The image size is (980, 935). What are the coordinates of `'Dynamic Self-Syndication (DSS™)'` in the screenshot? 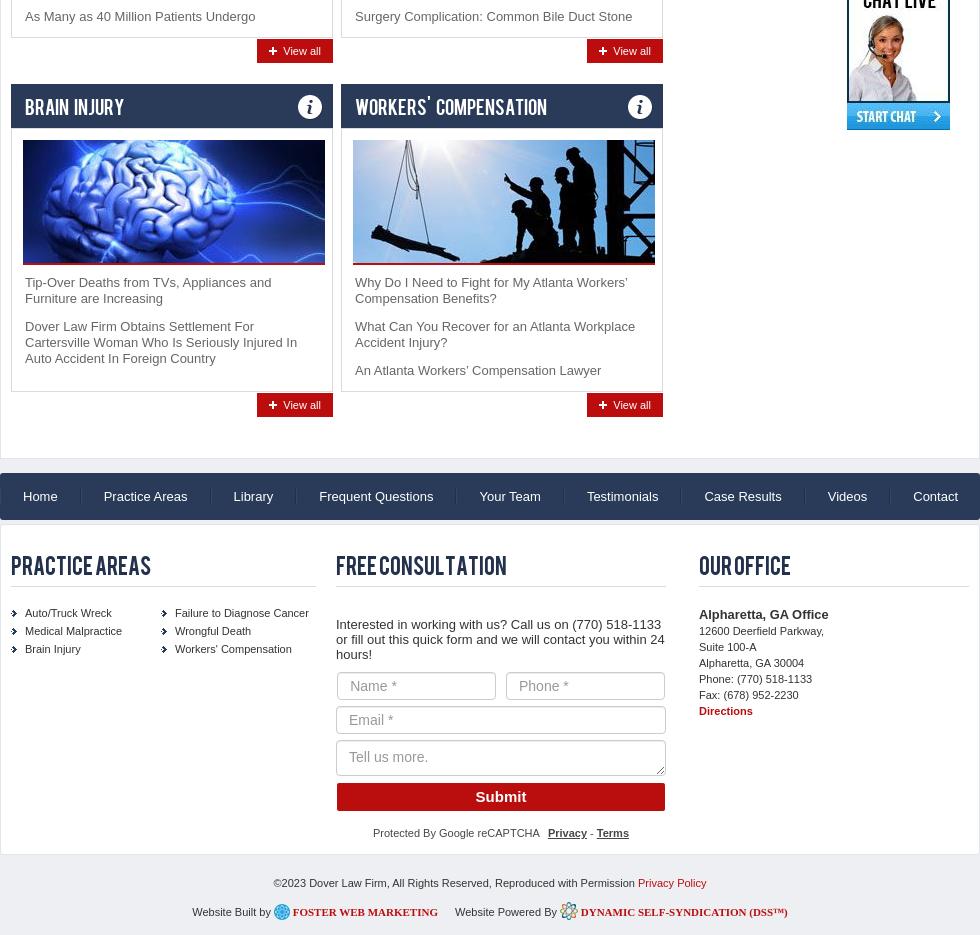 It's located at (682, 911).